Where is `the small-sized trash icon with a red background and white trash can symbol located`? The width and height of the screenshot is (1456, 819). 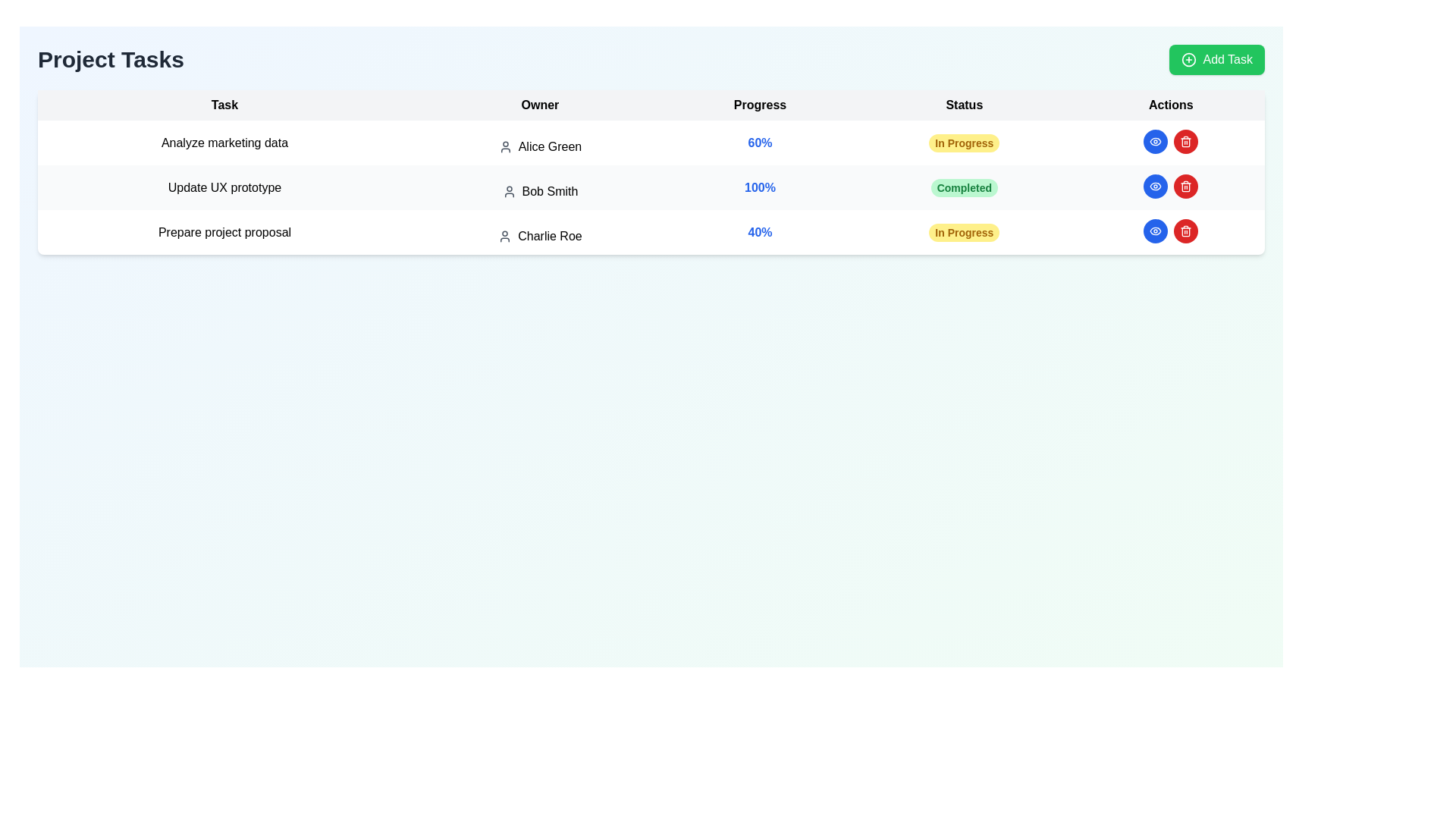 the small-sized trash icon with a red background and white trash can symbol located is located at coordinates (1185, 231).